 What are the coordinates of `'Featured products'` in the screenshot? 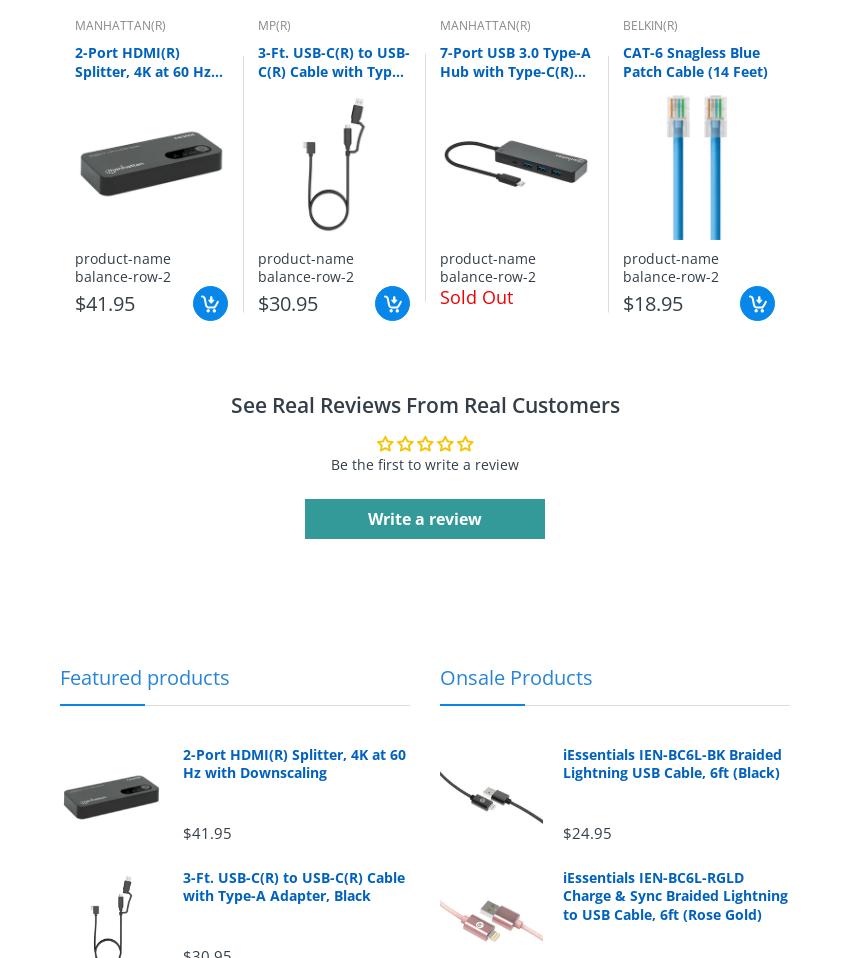 It's located at (145, 675).